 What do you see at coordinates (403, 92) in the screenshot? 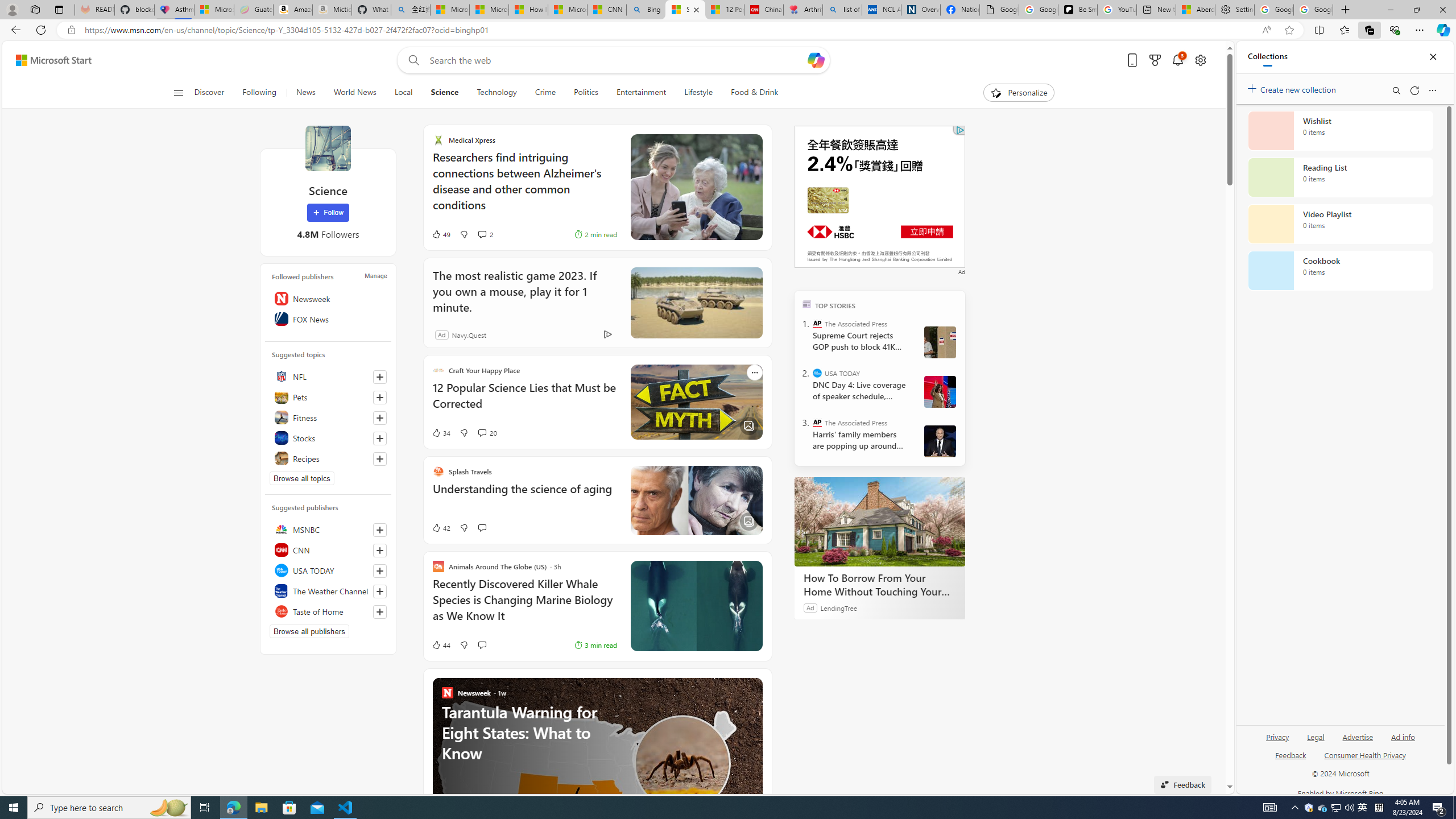
I see `'Local'` at bounding box center [403, 92].